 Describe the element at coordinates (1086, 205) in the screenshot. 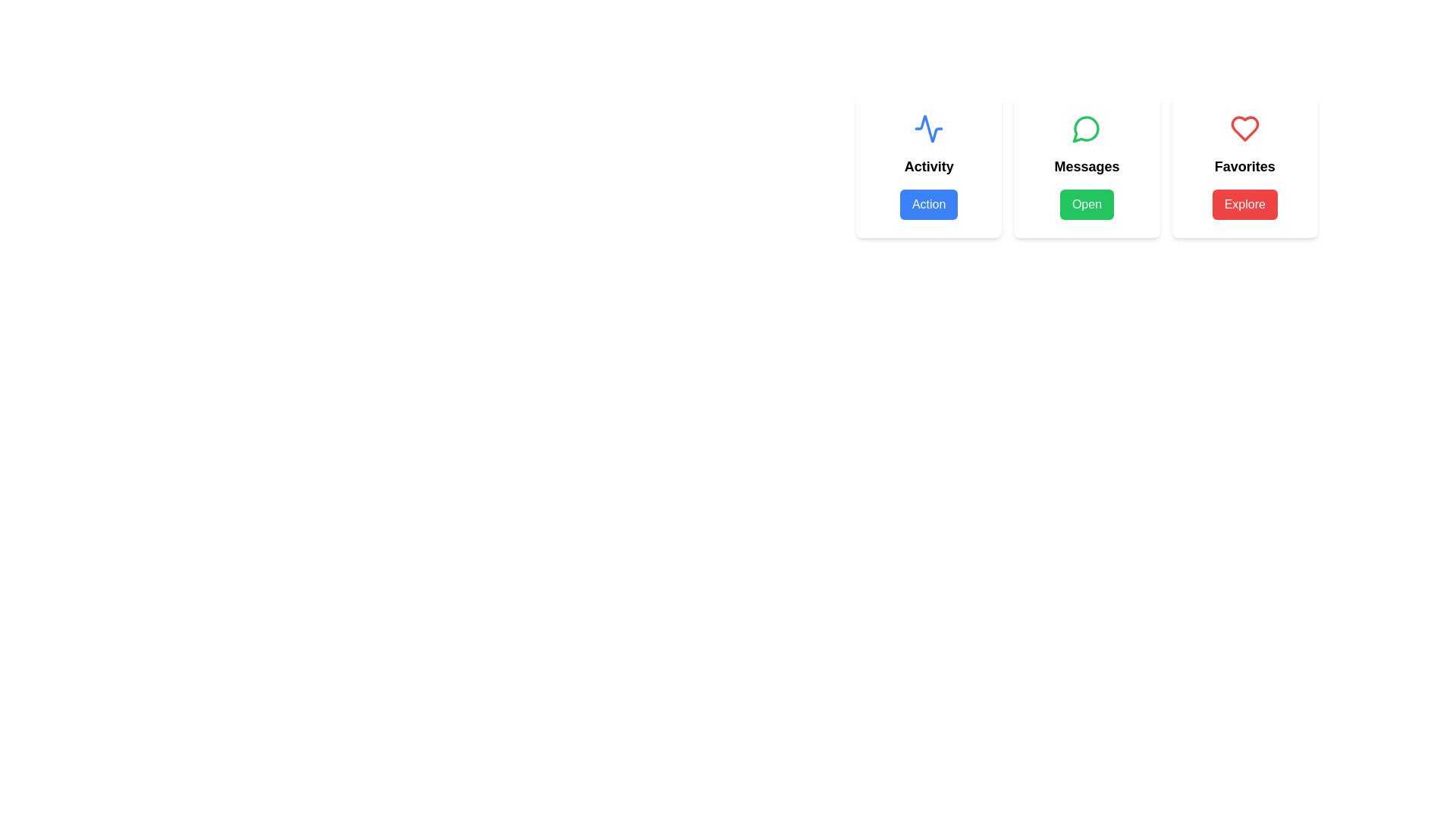

I see `the button located at the bottom of the 'Messages' card to observe the hover effects` at that location.